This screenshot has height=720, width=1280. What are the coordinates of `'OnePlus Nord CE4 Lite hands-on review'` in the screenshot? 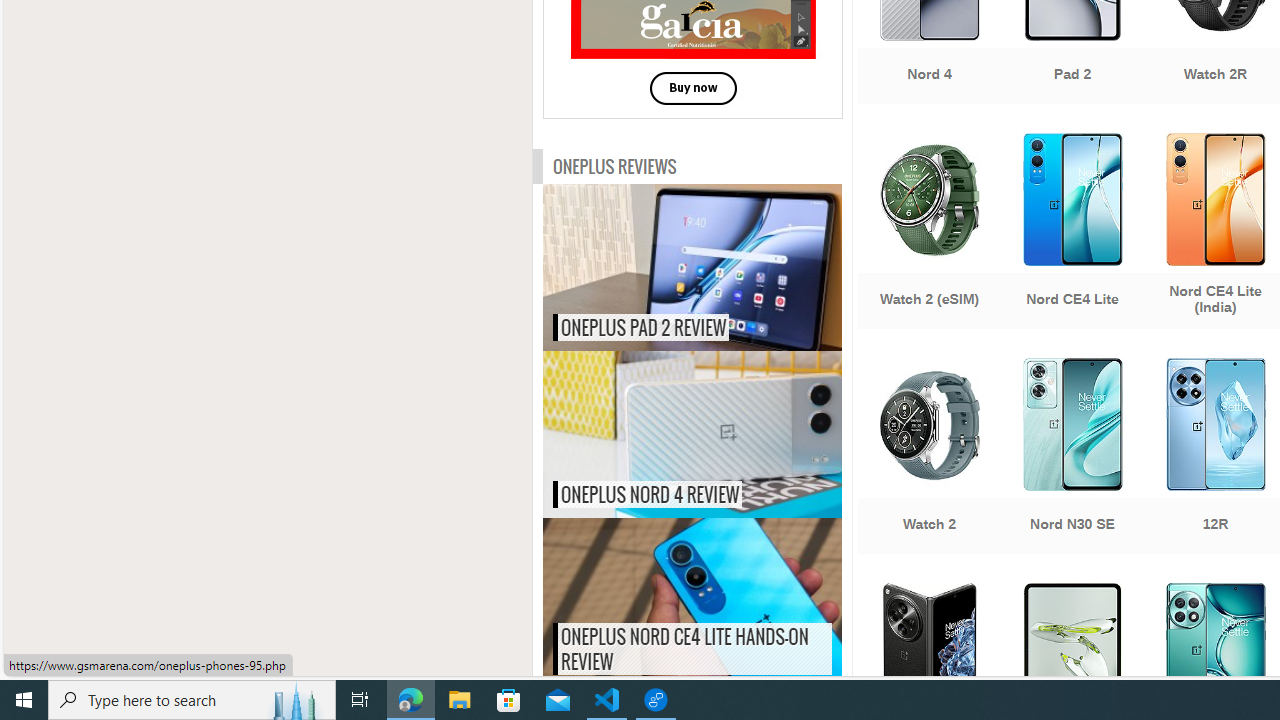 It's located at (733, 600).